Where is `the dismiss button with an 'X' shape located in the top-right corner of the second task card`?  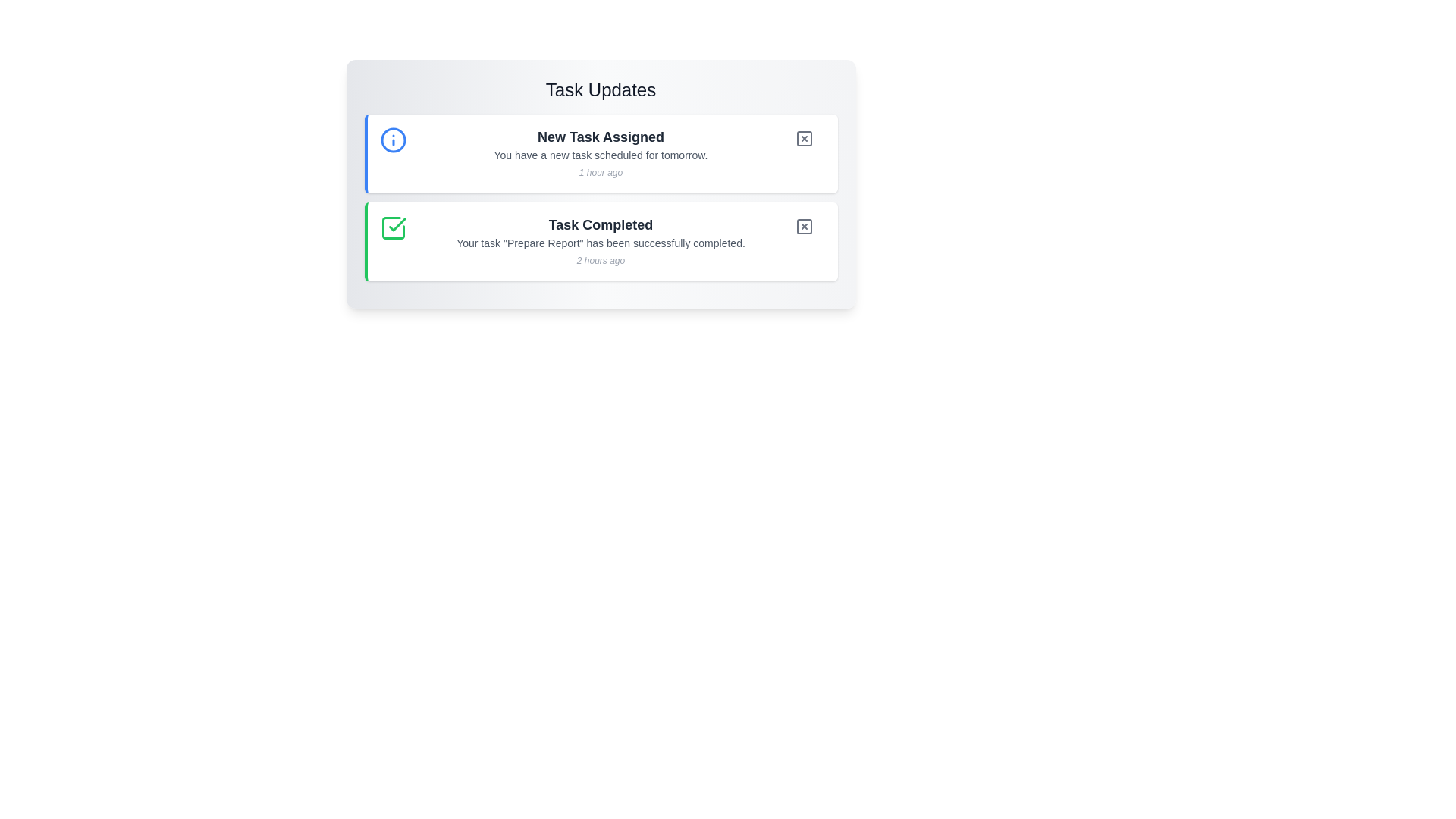
the dismiss button with an 'X' shape located in the top-right corner of the second task card is located at coordinates (803, 227).